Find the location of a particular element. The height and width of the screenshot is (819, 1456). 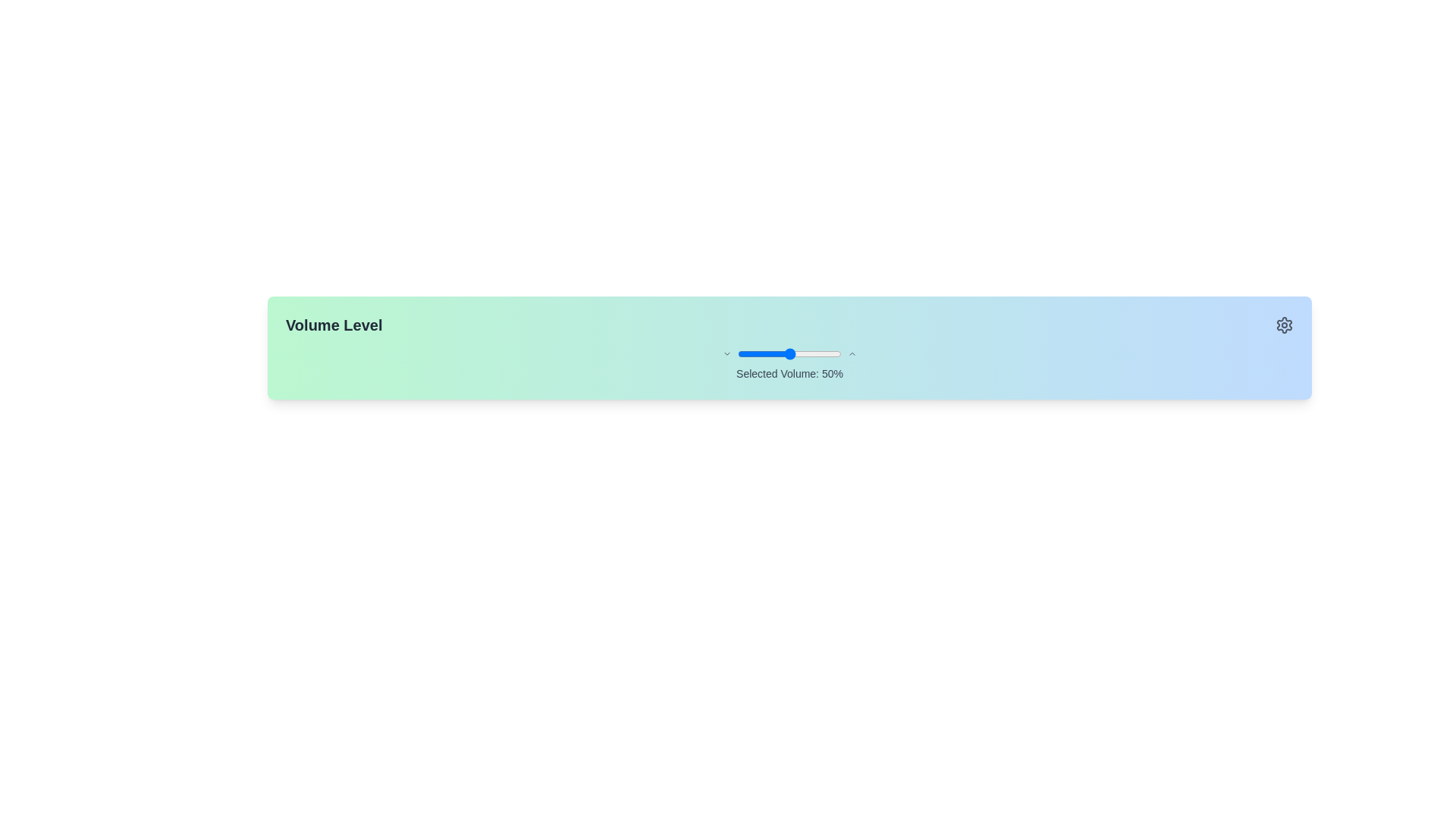

the slider value is located at coordinates (811, 353).